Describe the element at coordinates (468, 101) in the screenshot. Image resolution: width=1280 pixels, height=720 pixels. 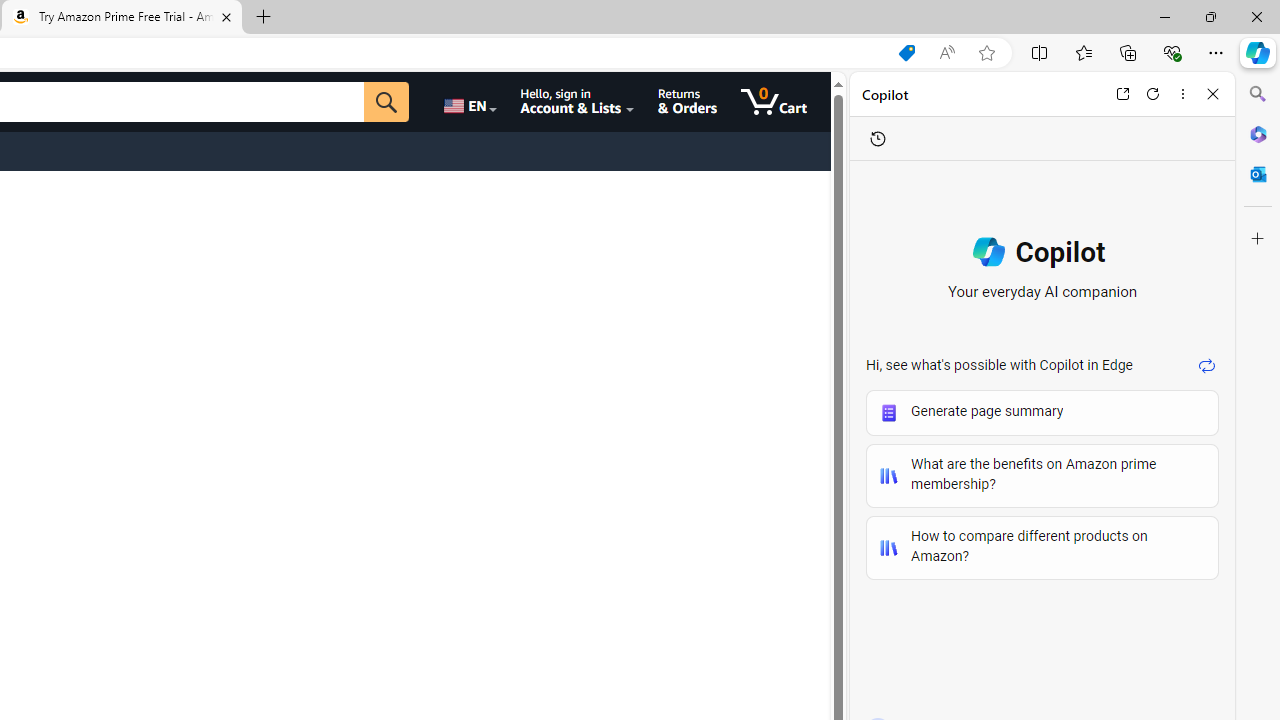
I see `'Choose a language for shopping.'` at that location.